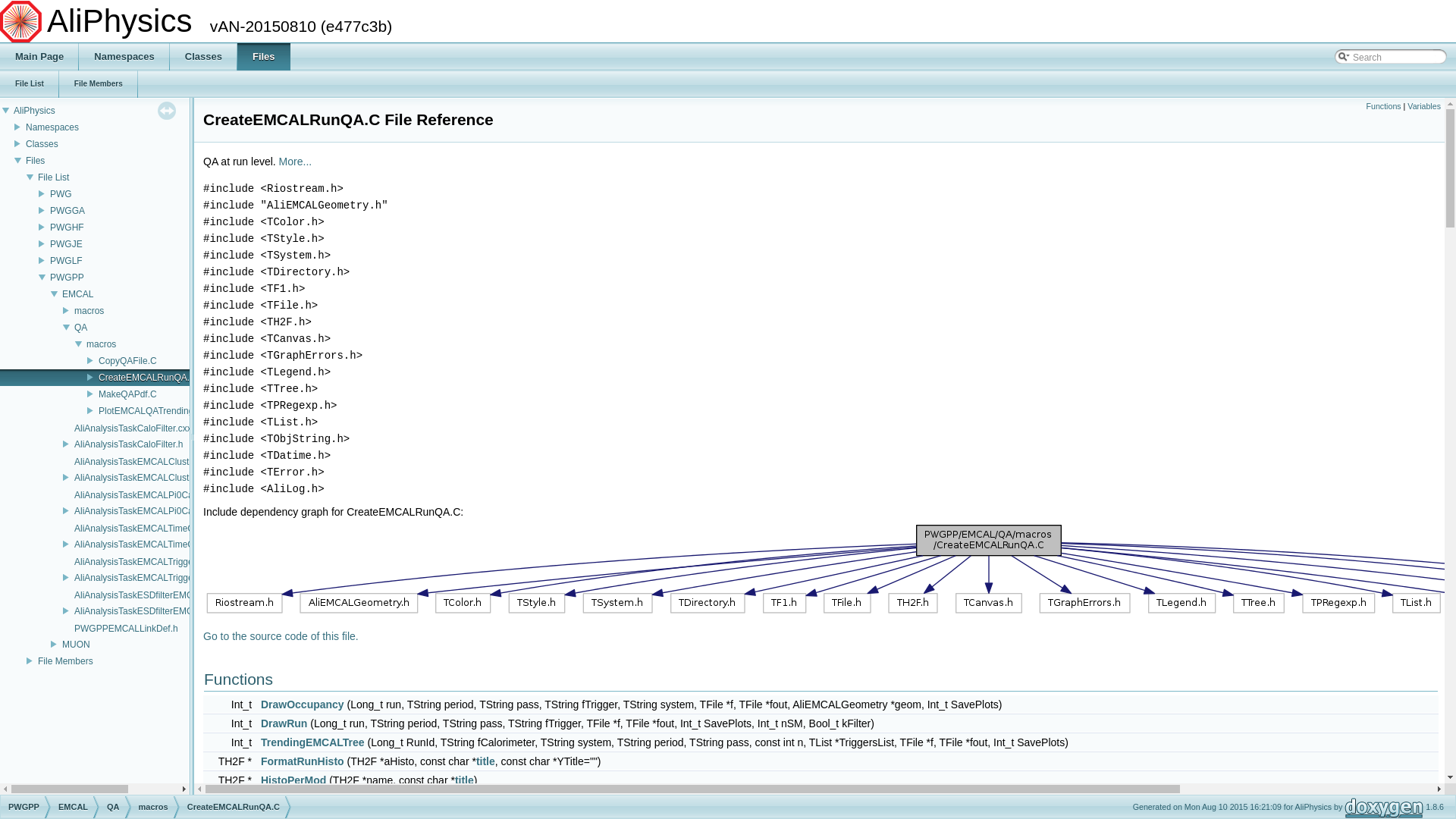 The width and height of the screenshot is (1456, 819). I want to click on 'PWGPP', so click(48, 278).